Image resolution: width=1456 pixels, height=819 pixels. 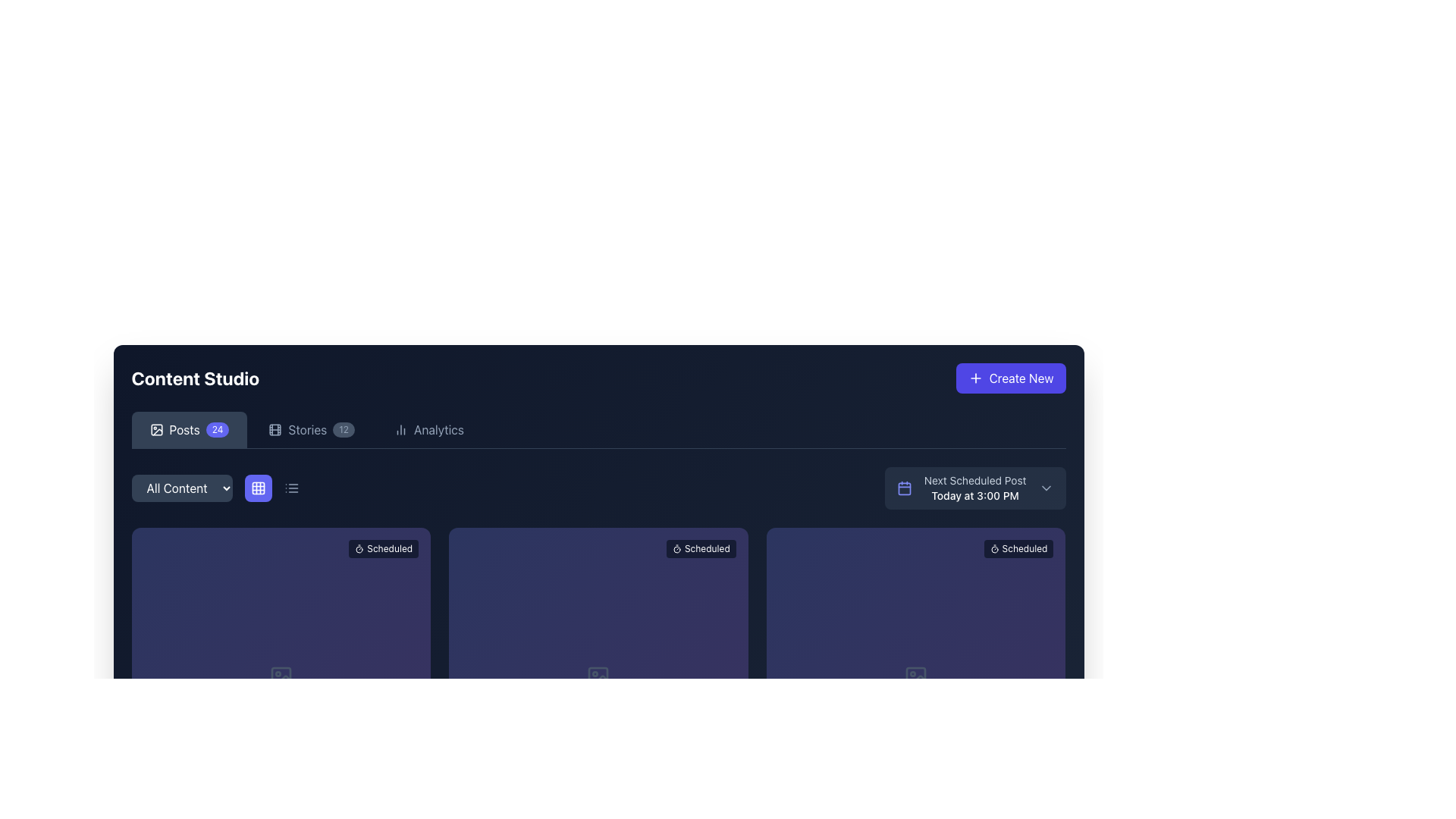 What do you see at coordinates (182, 488) in the screenshot?
I see `the dropdown selector button located beneath the 'Content Studio' header` at bounding box center [182, 488].